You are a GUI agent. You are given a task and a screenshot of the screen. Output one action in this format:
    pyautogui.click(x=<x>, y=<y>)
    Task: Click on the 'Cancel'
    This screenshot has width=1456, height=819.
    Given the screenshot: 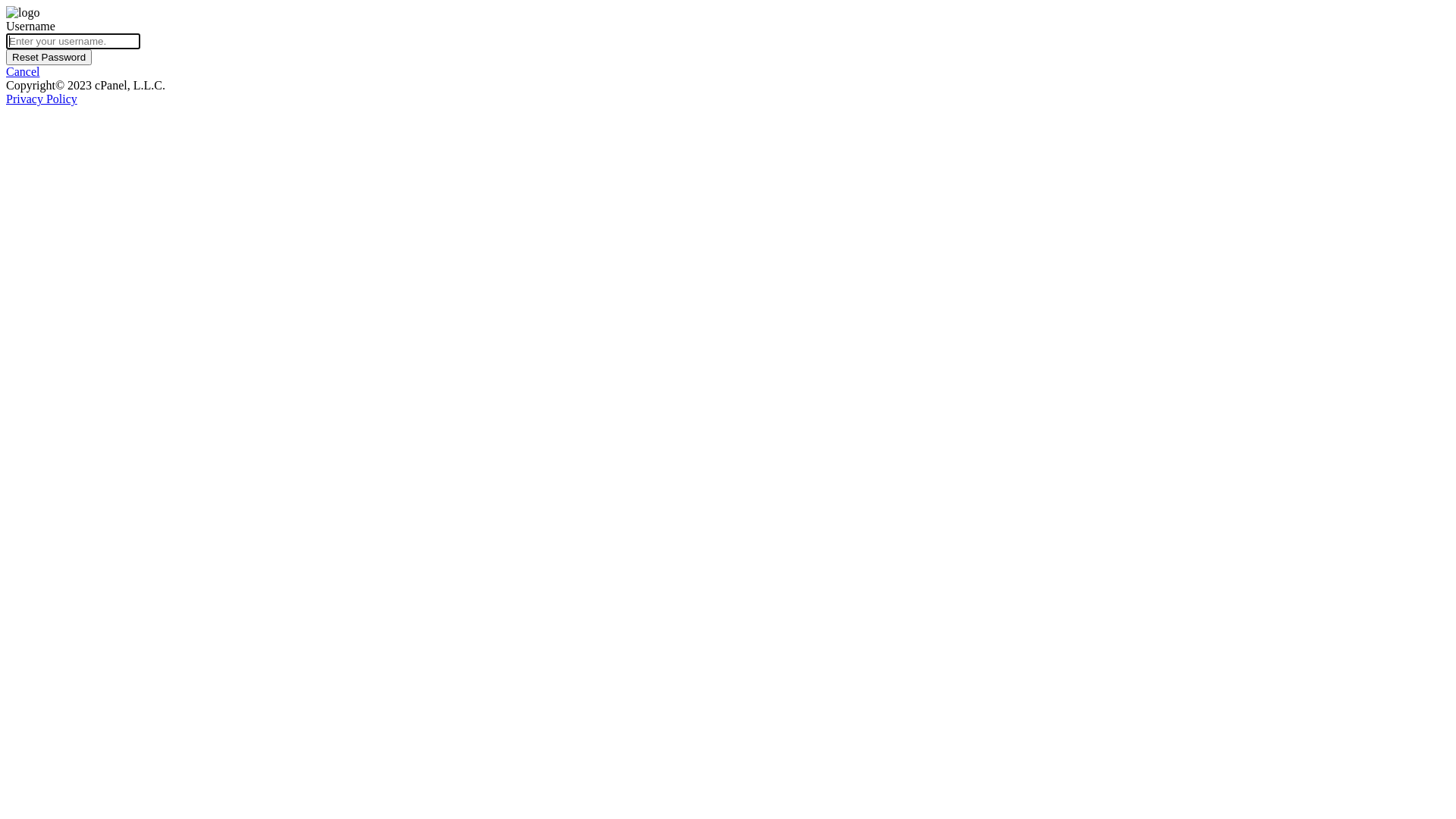 What is the action you would take?
    pyautogui.click(x=6, y=71)
    